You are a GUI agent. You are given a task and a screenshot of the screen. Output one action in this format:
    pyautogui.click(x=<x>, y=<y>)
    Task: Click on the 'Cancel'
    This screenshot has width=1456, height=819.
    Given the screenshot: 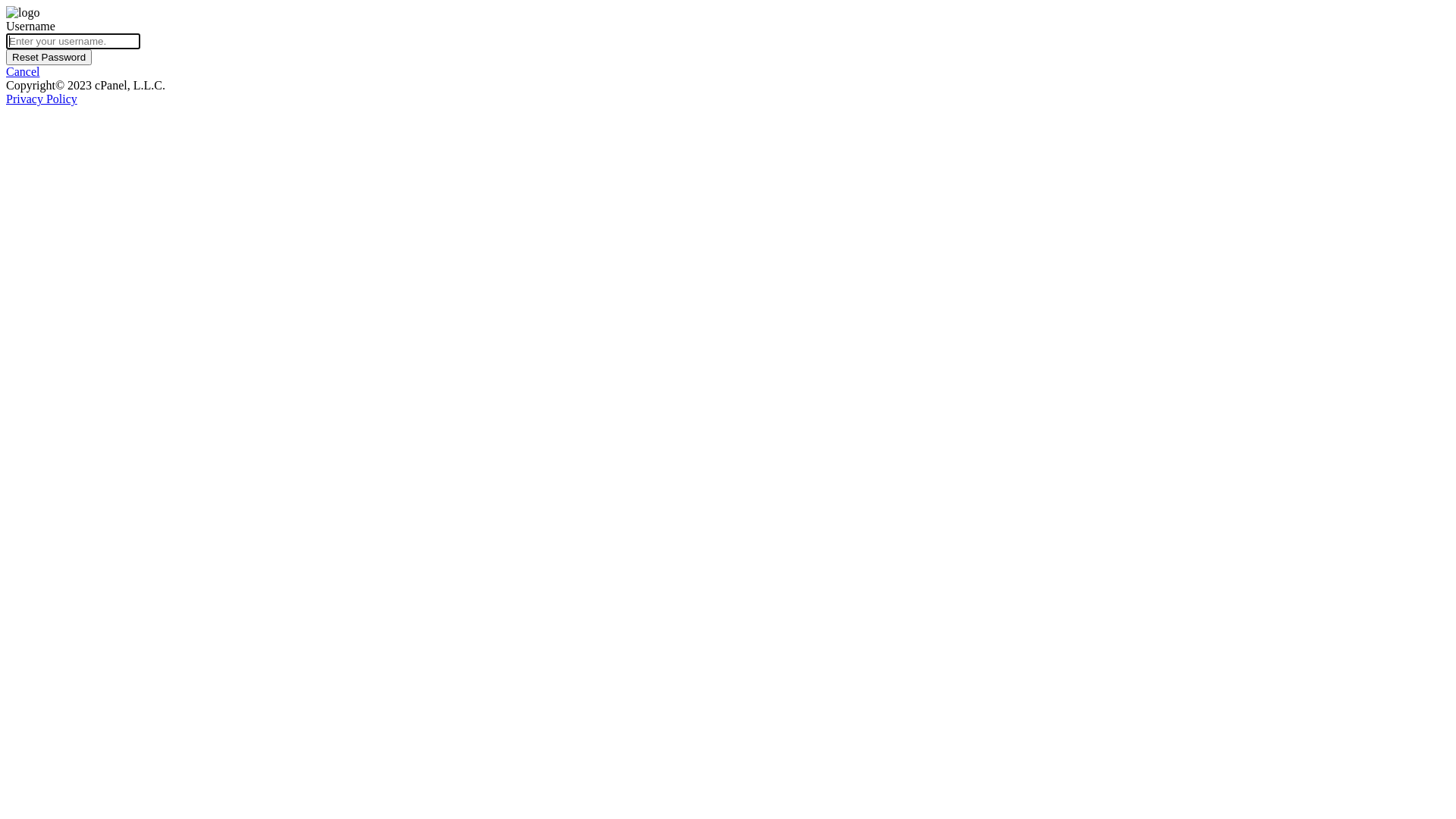 What is the action you would take?
    pyautogui.click(x=6, y=71)
    